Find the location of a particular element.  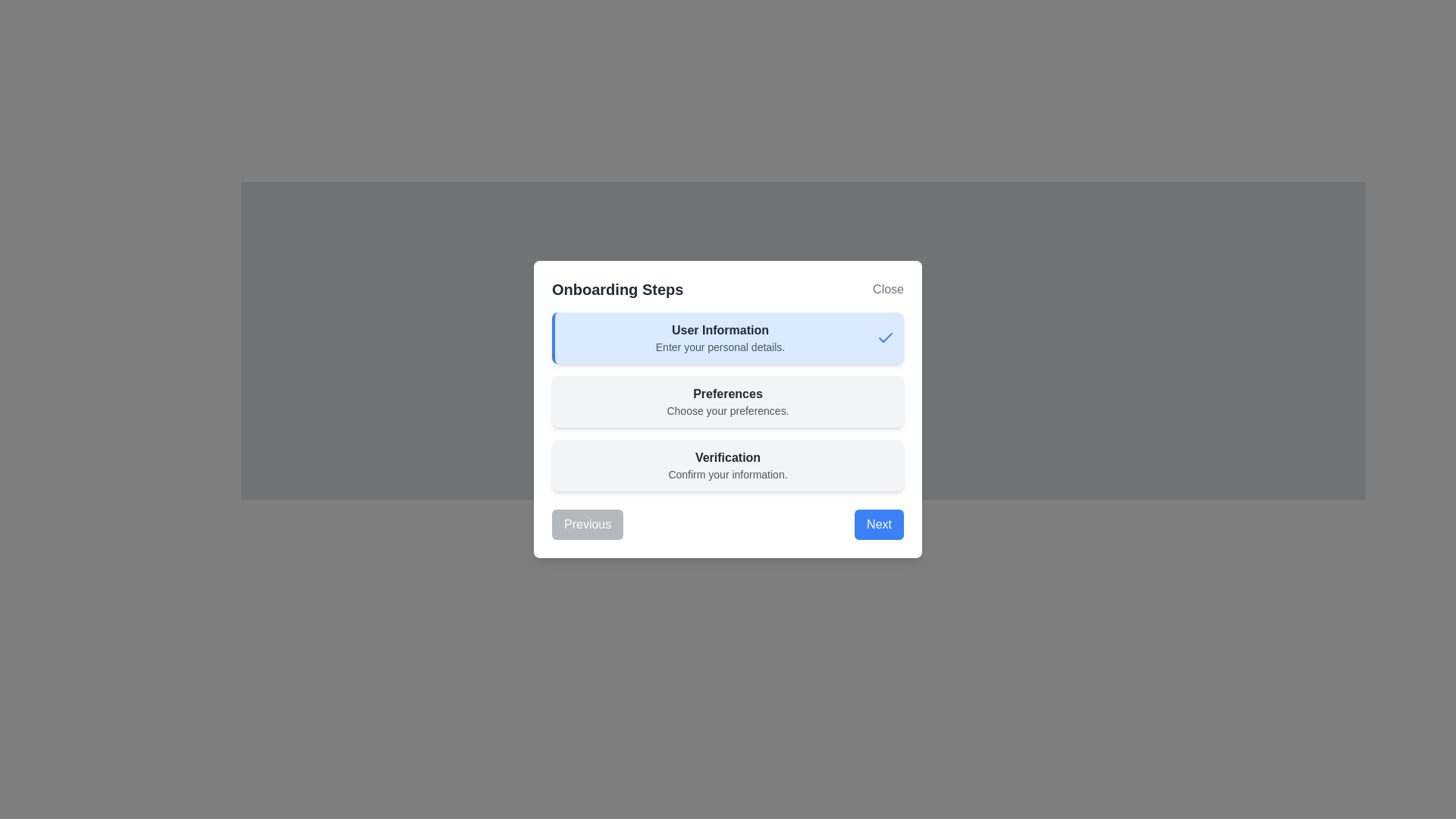

the blue 'Next' button with white text is located at coordinates (879, 523).